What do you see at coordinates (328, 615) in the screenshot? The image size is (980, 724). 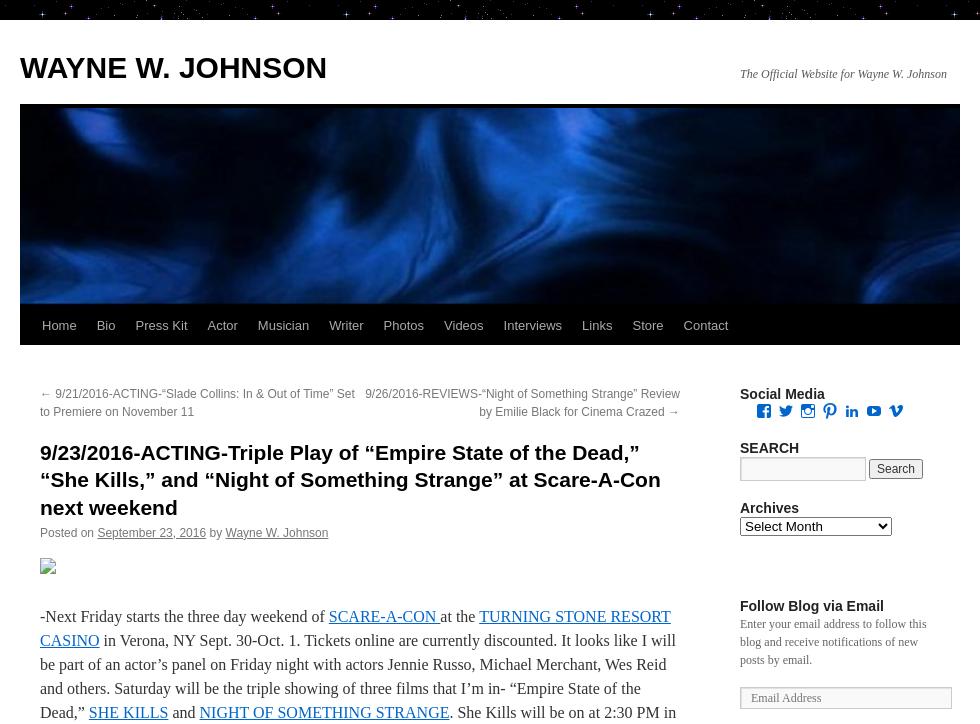 I see `'SCARE-A-CON'` at bounding box center [328, 615].